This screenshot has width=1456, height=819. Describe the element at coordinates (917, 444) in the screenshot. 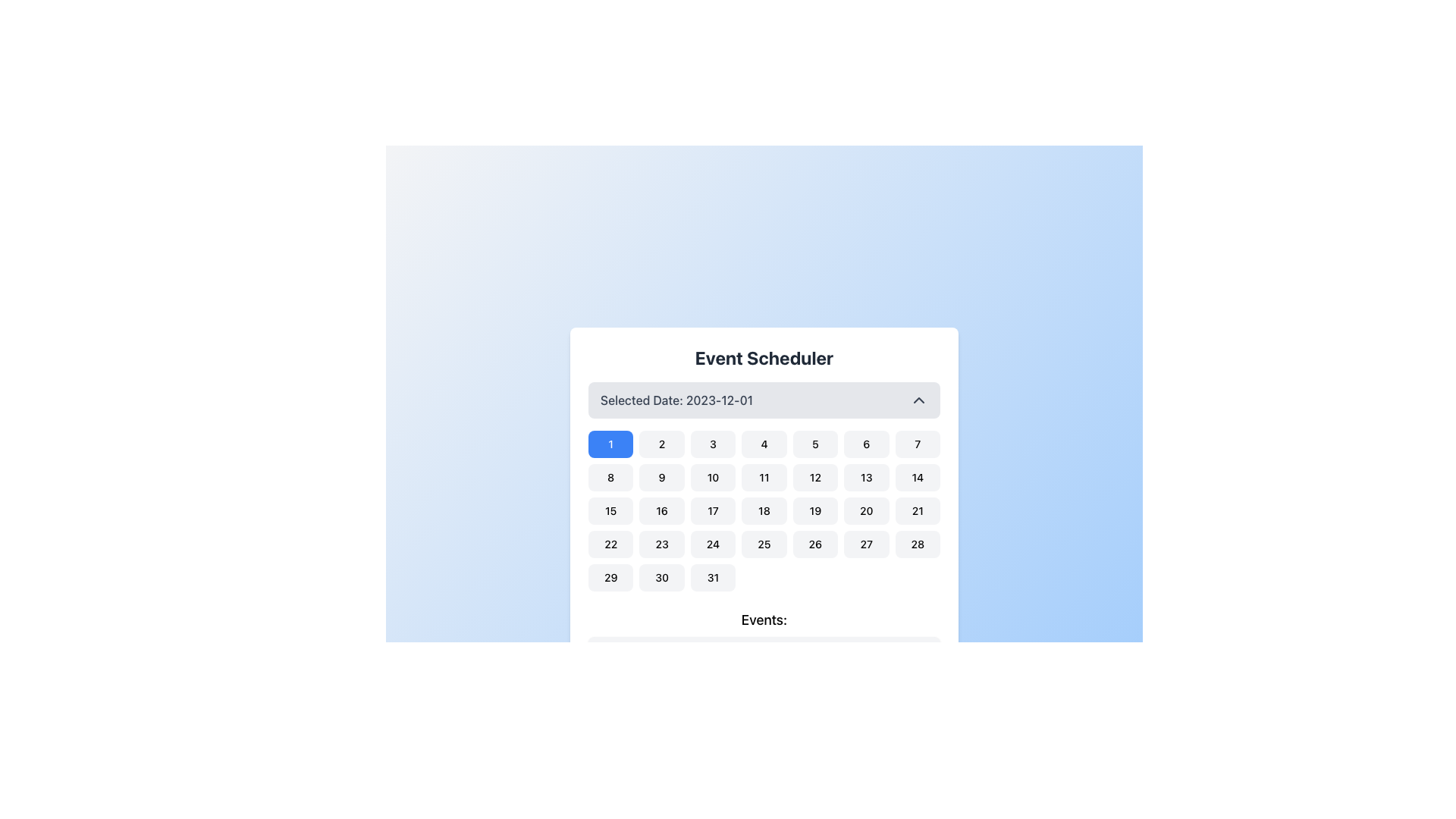

I see `the calendar day cell displaying the number '7'` at that location.